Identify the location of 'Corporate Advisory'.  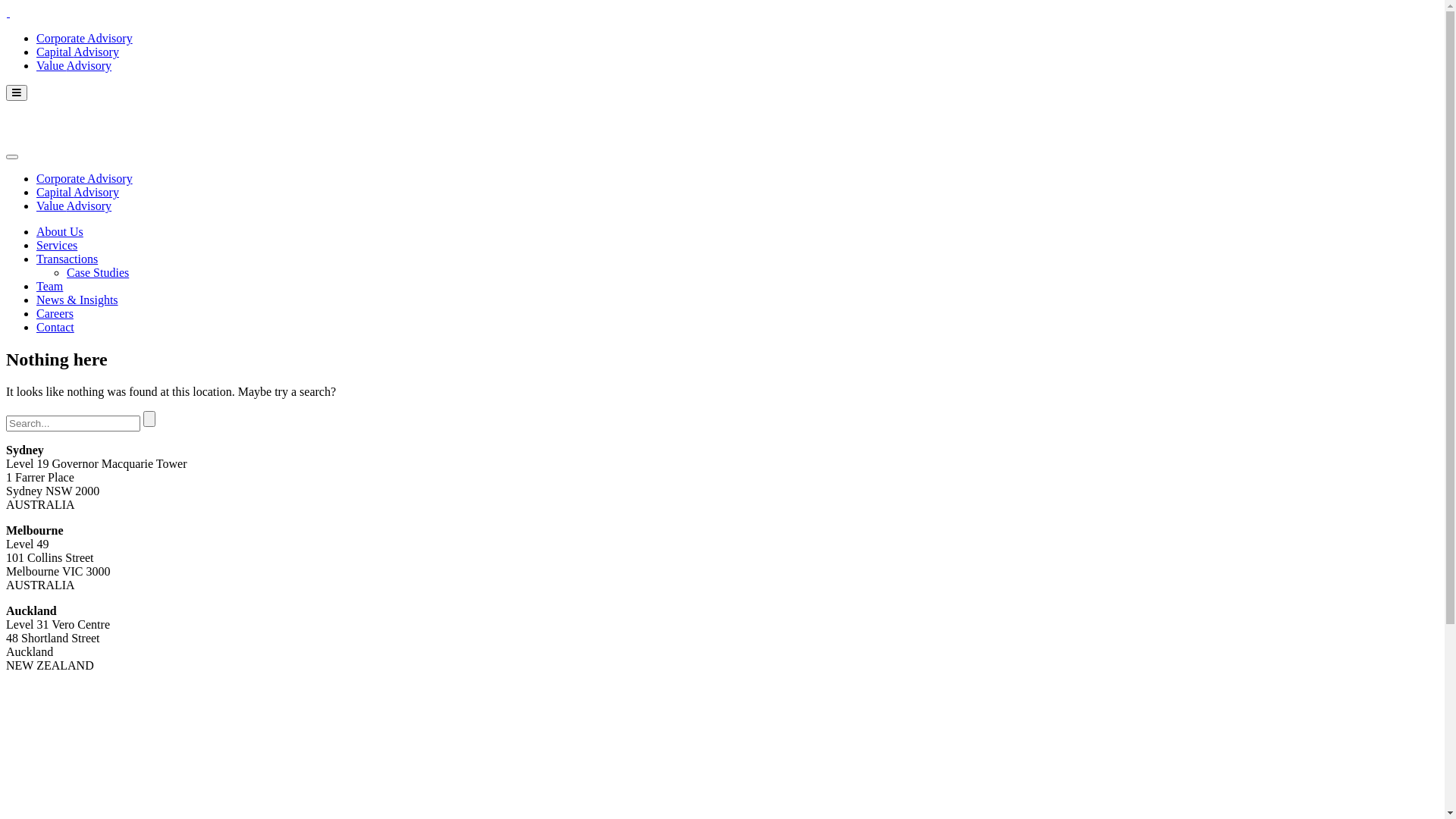
(83, 177).